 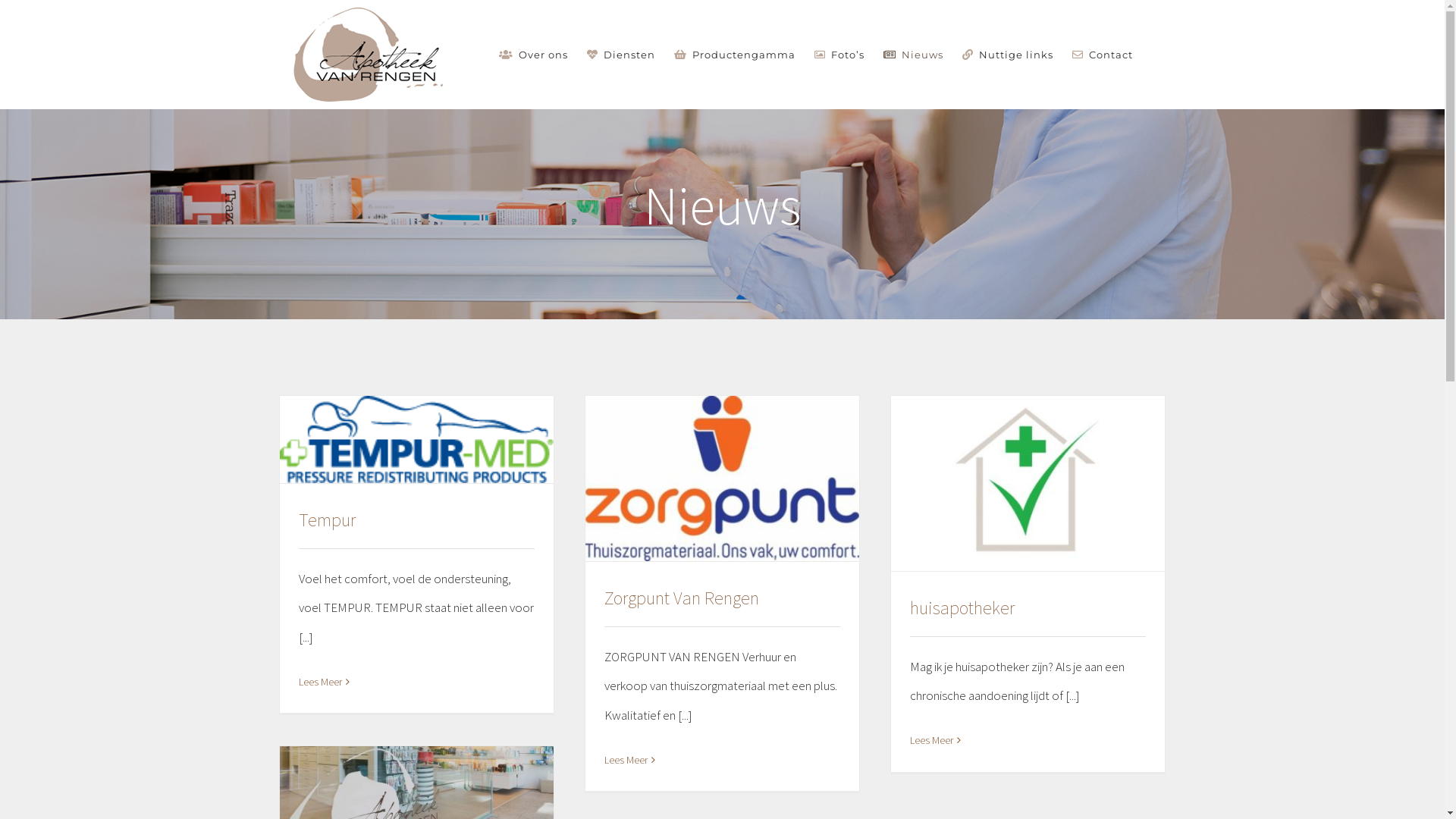 What do you see at coordinates (621, 54) in the screenshot?
I see `'Diensten'` at bounding box center [621, 54].